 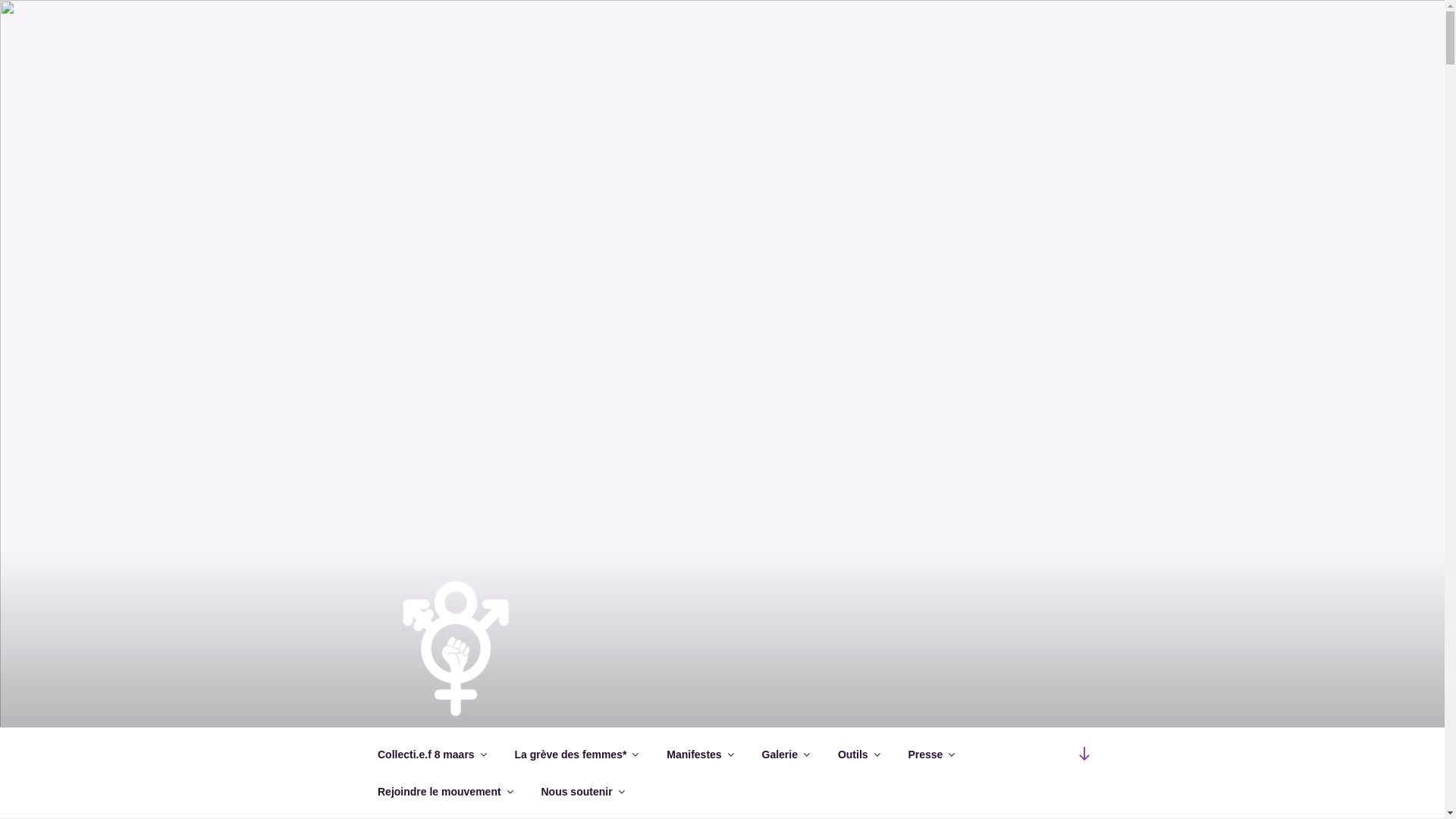 What do you see at coordinates (364, 791) in the screenshot?
I see `'Rejoindre le mouvement'` at bounding box center [364, 791].